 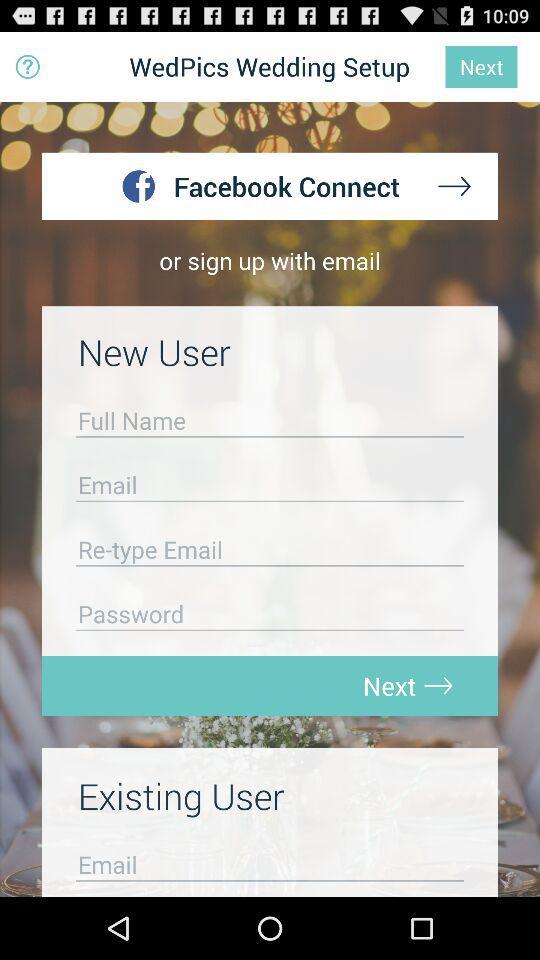 I want to click on password, so click(x=270, y=618).